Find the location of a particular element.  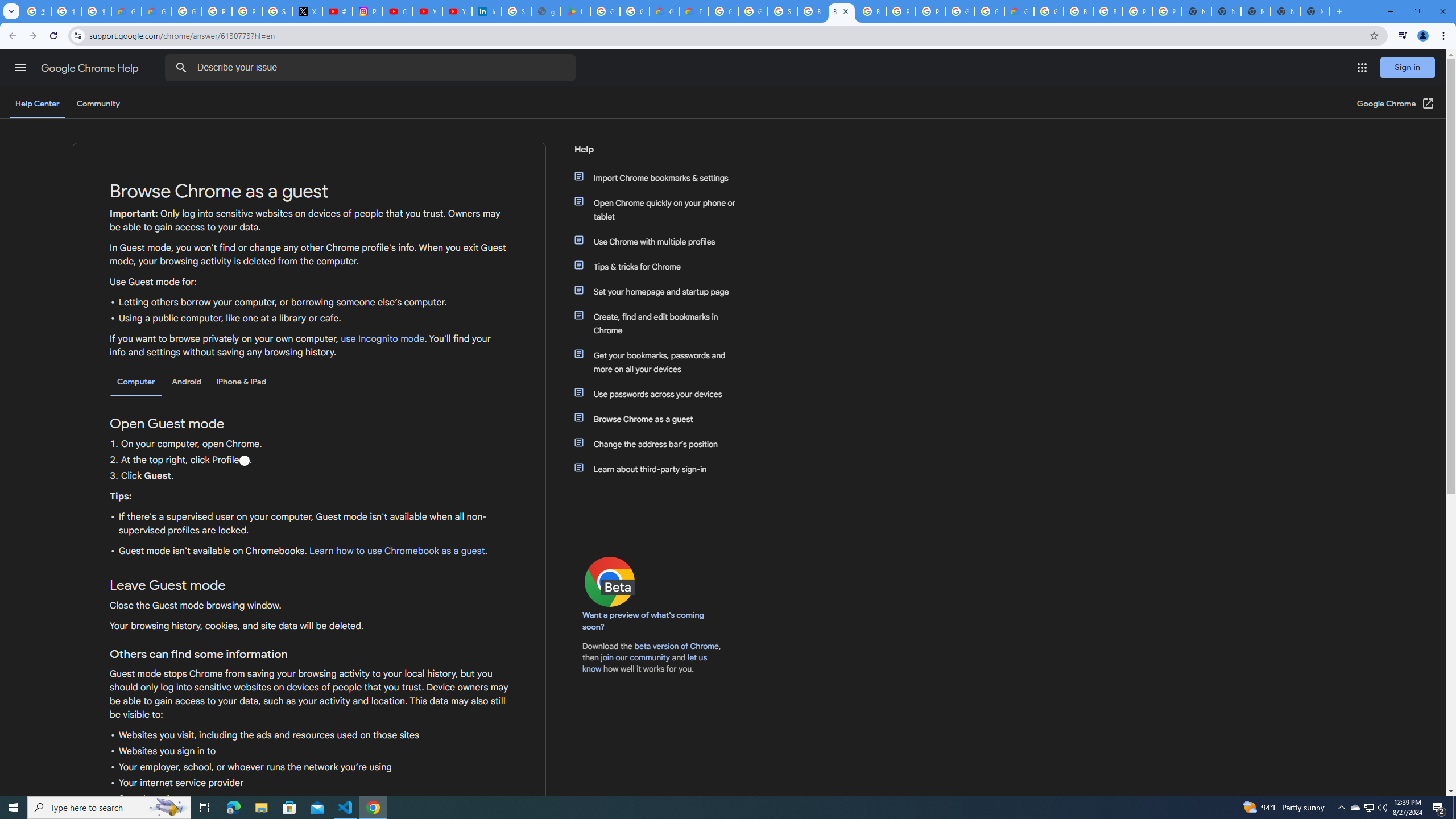

'Android' is located at coordinates (186, 381).